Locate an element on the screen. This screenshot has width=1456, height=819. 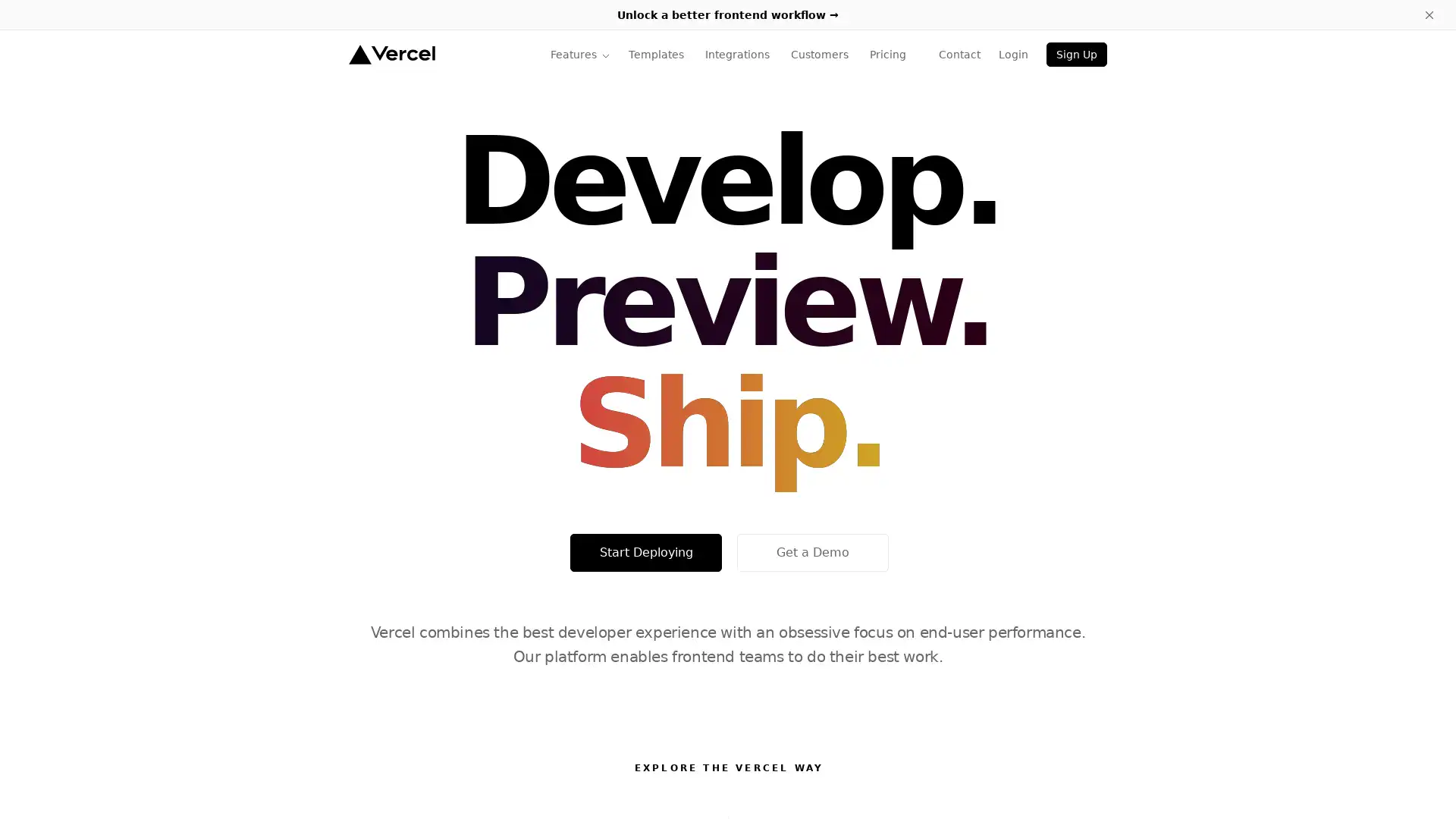
Sign Up is located at coordinates (1076, 54).